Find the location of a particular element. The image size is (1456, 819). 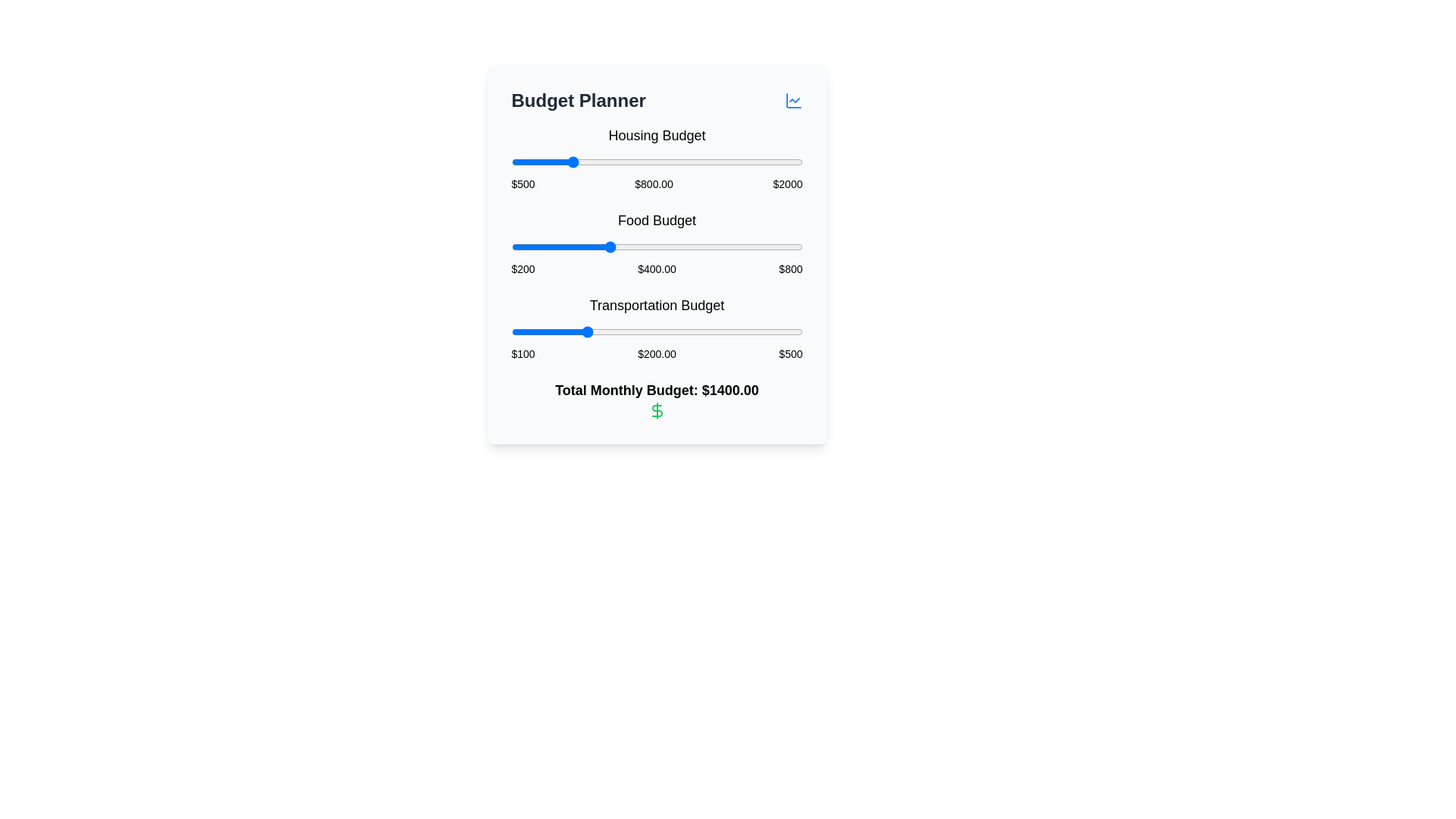

the static text label displaying the current monetary value of $400.00 for the 'Food Budget', which is centrally positioned between two other monetary values is located at coordinates (657, 268).